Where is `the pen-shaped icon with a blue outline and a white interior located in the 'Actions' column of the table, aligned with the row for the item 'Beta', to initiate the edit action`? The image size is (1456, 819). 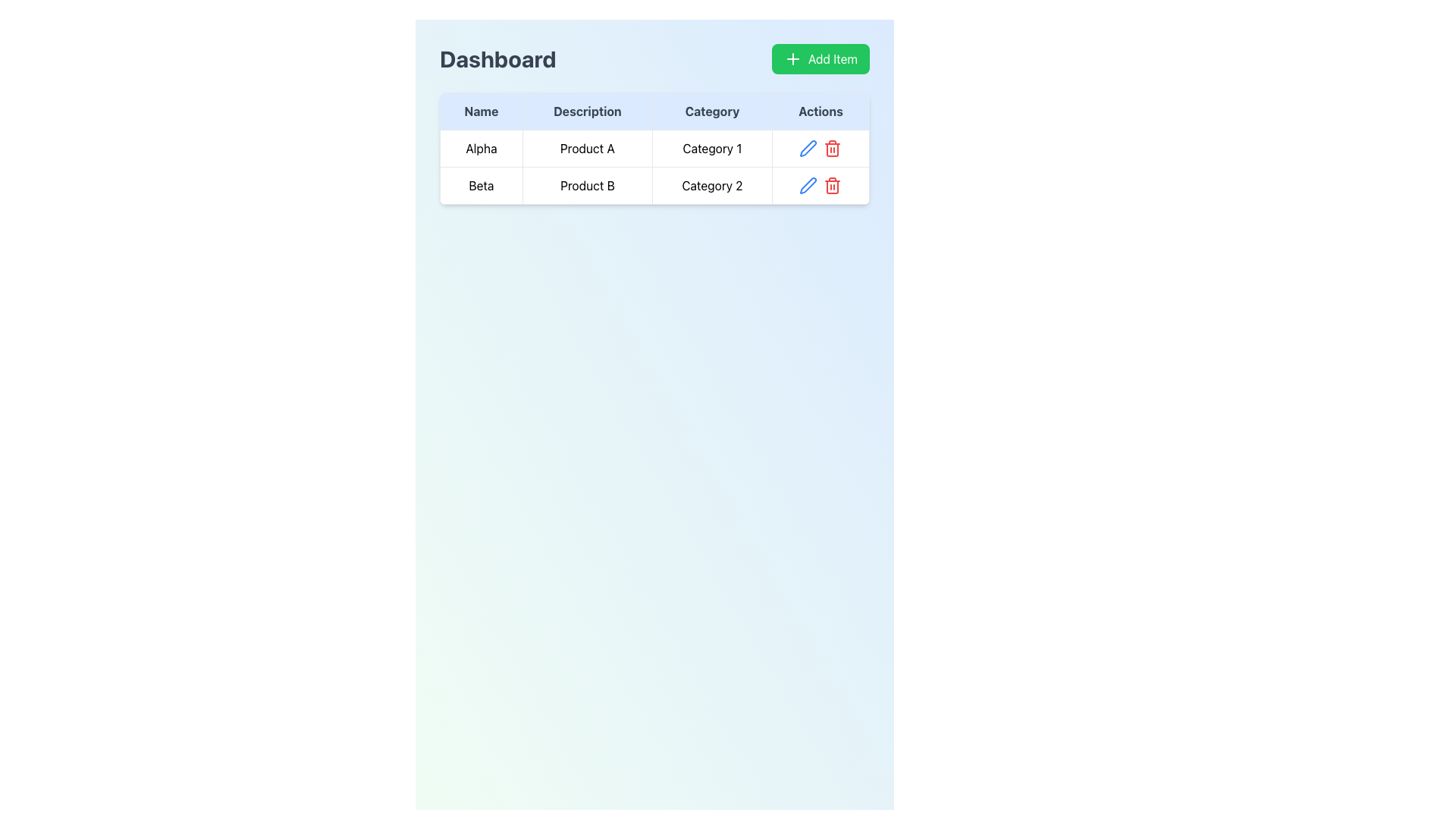 the pen-shaped icon with a blue outline and a white interior located in the 'Actions' column of the table, aligned with the row for the item 'Beta', to initiate the edit action is located at coordinates (808, 149).